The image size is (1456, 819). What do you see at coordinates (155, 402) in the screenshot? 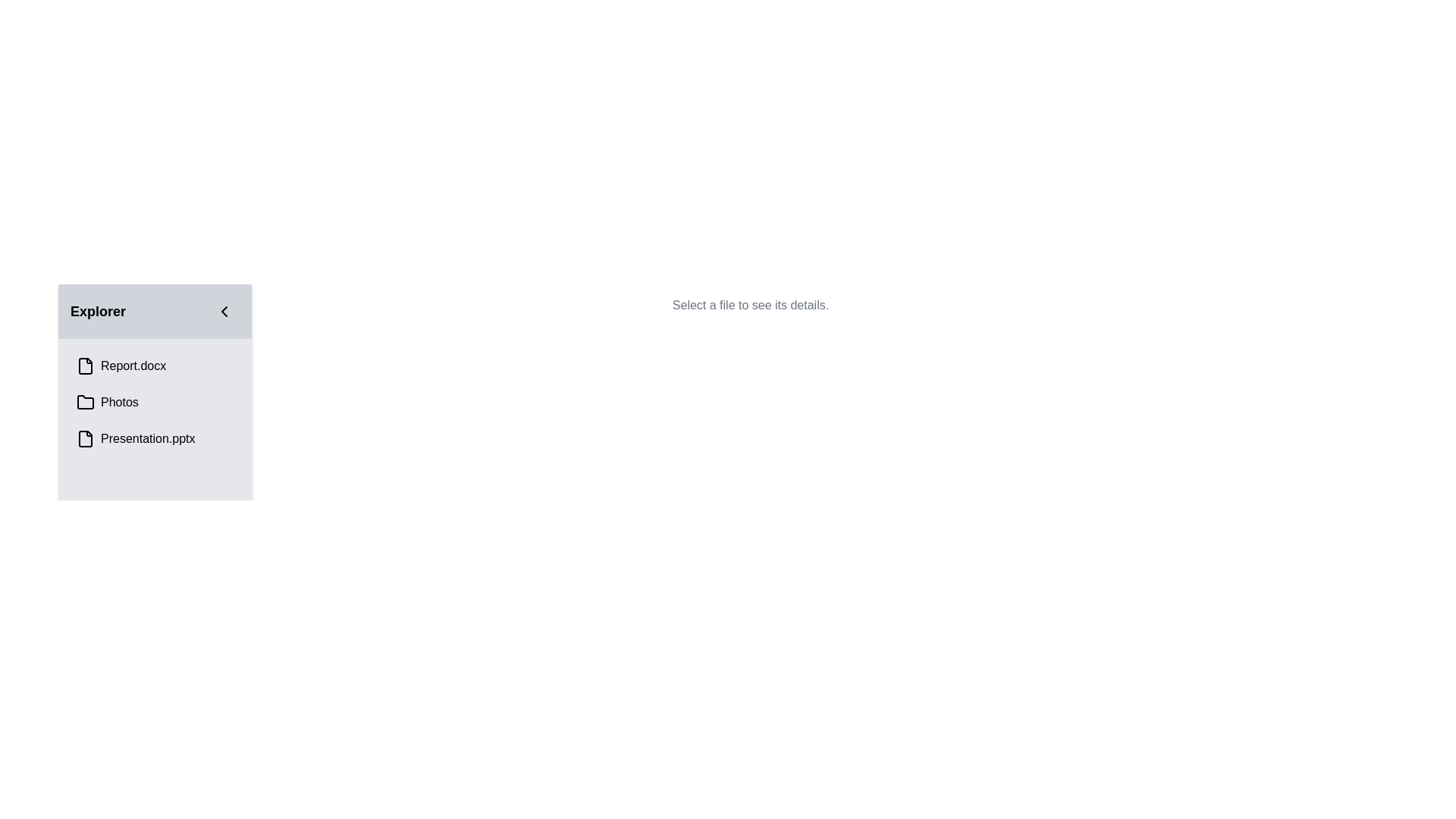
I see `the folder button representing the 'Photos' folder for visual feedback, which is the second item in a vertical list of selectable items, located between 'Report.docx' and 'Presentation.pptx'` at bounding box center [155, 402].